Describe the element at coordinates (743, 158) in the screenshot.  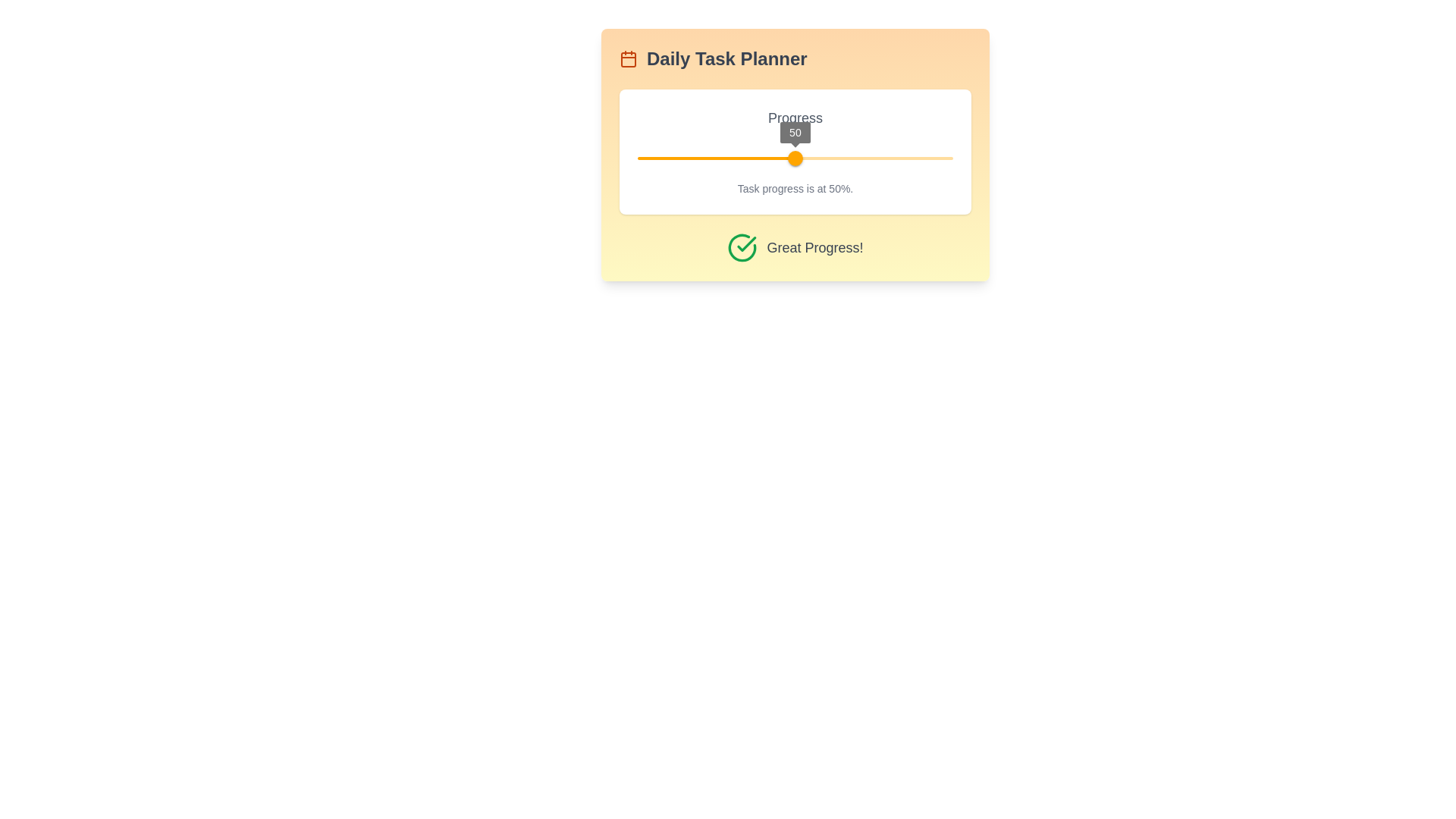
I see `the progress value` at that location.